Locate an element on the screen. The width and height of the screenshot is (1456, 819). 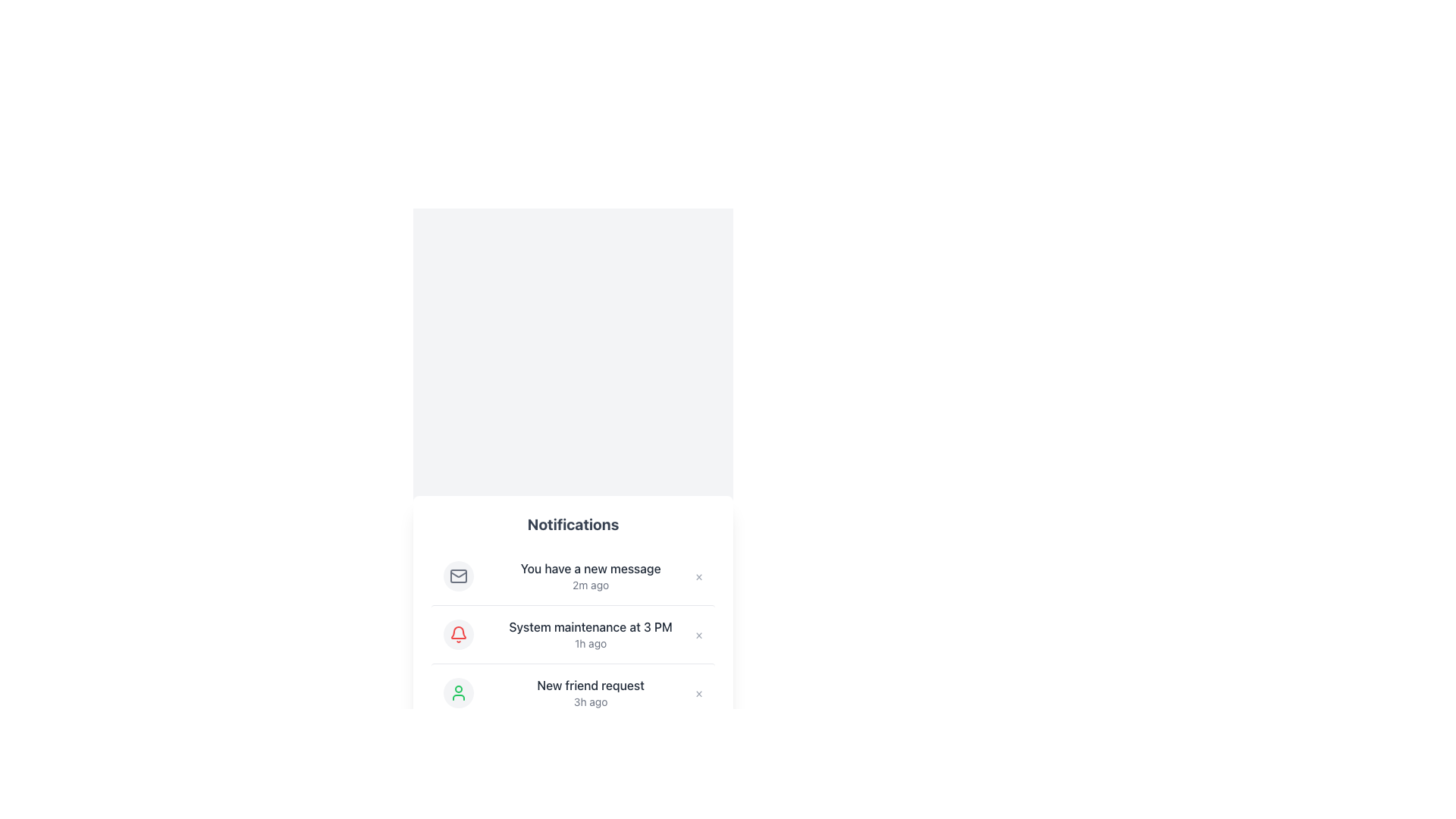
the third notification item displaying 'New friend request' and the time '3h ago', located at the bottom of the notification list is located at coordinates (572, 692).